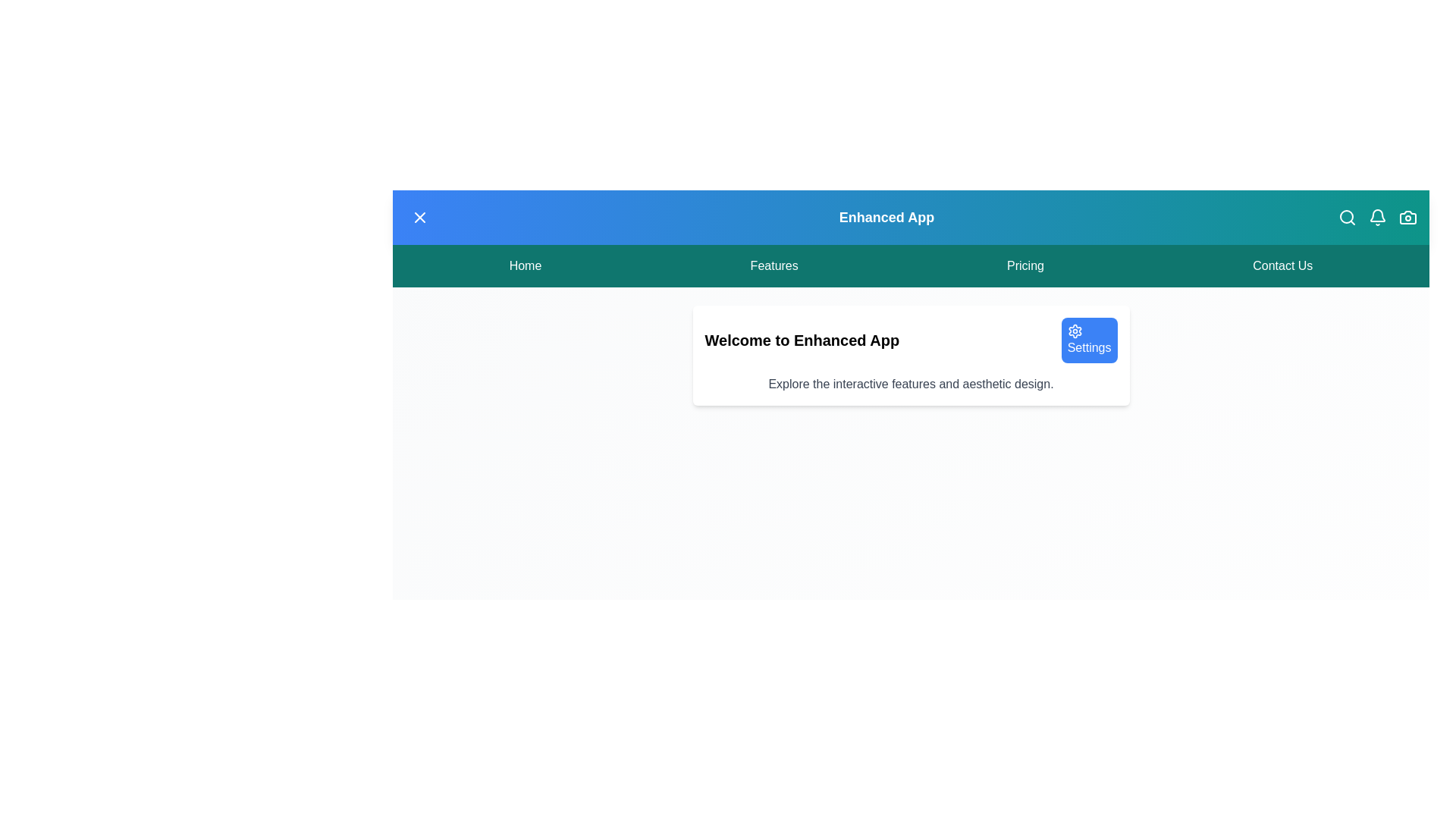 This screenshot has height=819, width=1456. Describe the element at coordinates (1407, 217) in the screenshot. I see `the camera icon in the app bar` at that location.